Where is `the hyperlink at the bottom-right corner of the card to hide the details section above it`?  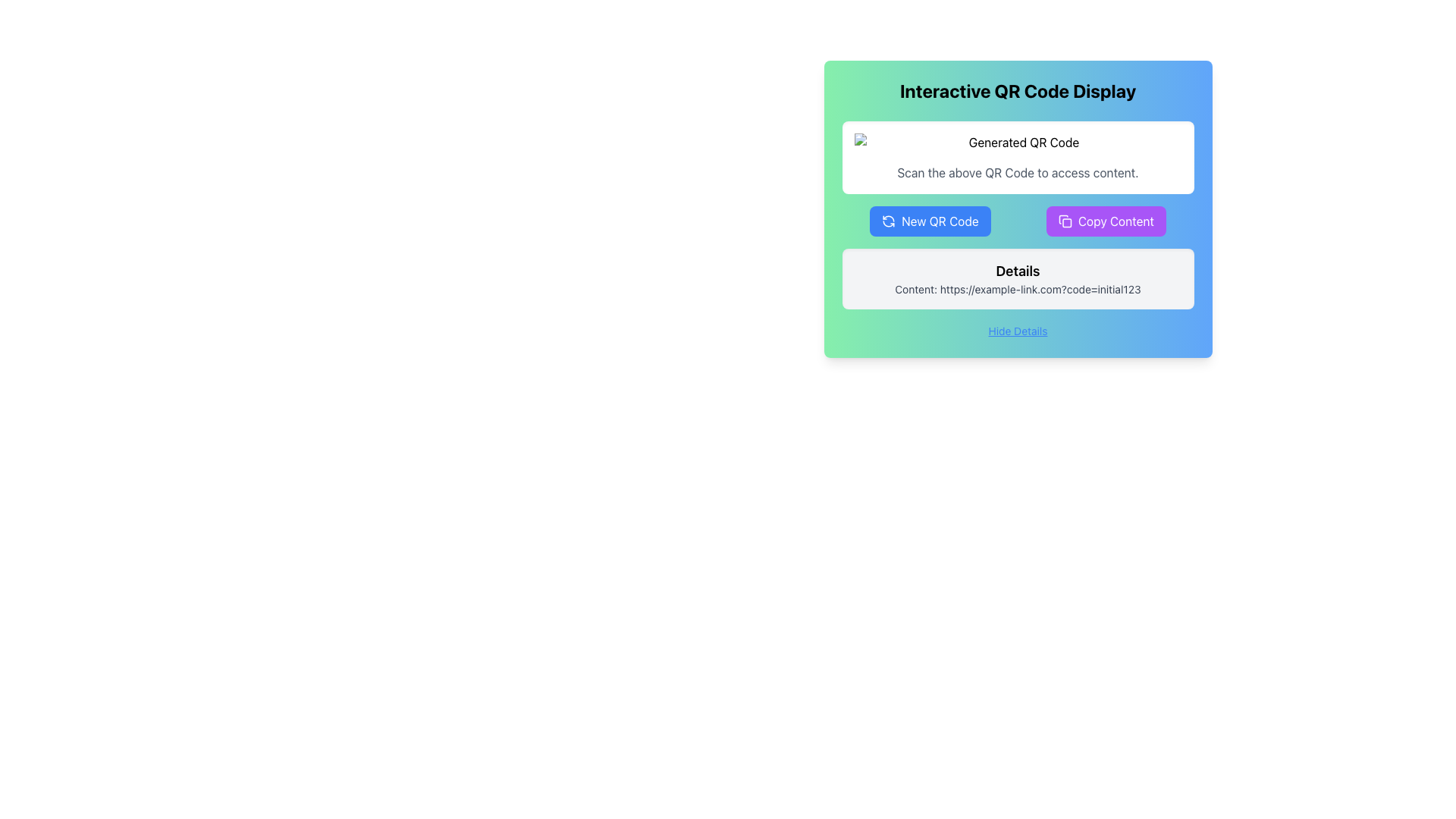 the hyperlink at the bottom-right corner of the card to hide the details section above it is located at coordinates (1018, 329).